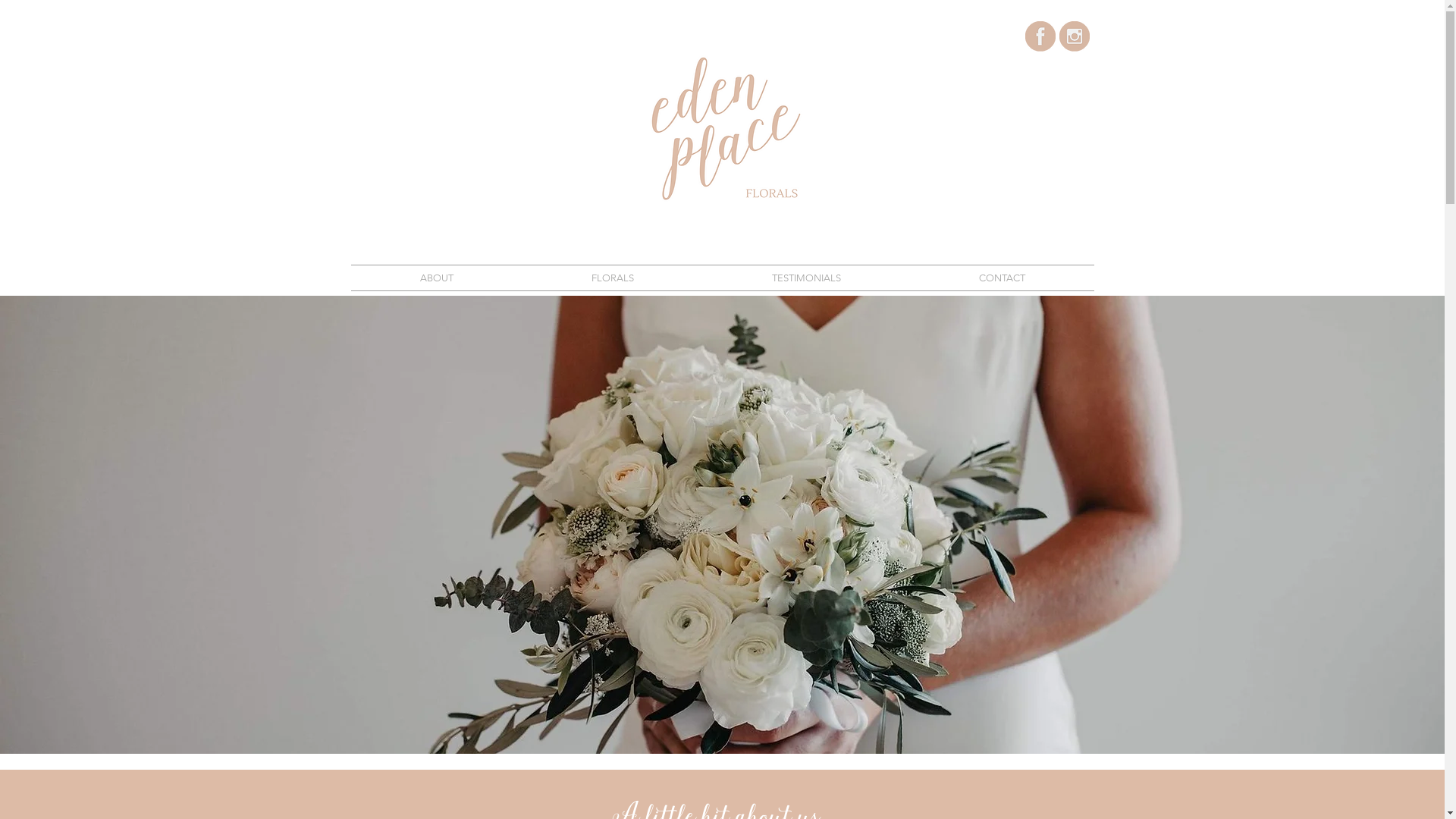  I want to click on 'insta-edenplace.png', so click(1058, 35).